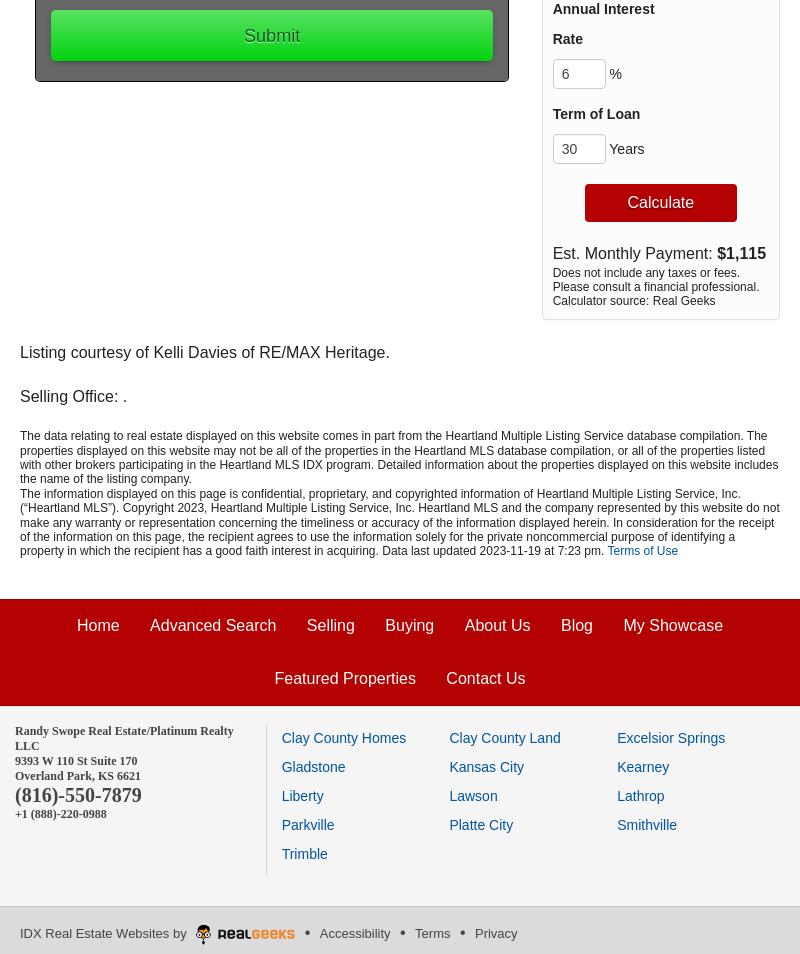 This screenshot has height=954, width=800. Describe the element at coordinates (150, 623) in the screenshot. I see `'Advanced Search'` at that location.